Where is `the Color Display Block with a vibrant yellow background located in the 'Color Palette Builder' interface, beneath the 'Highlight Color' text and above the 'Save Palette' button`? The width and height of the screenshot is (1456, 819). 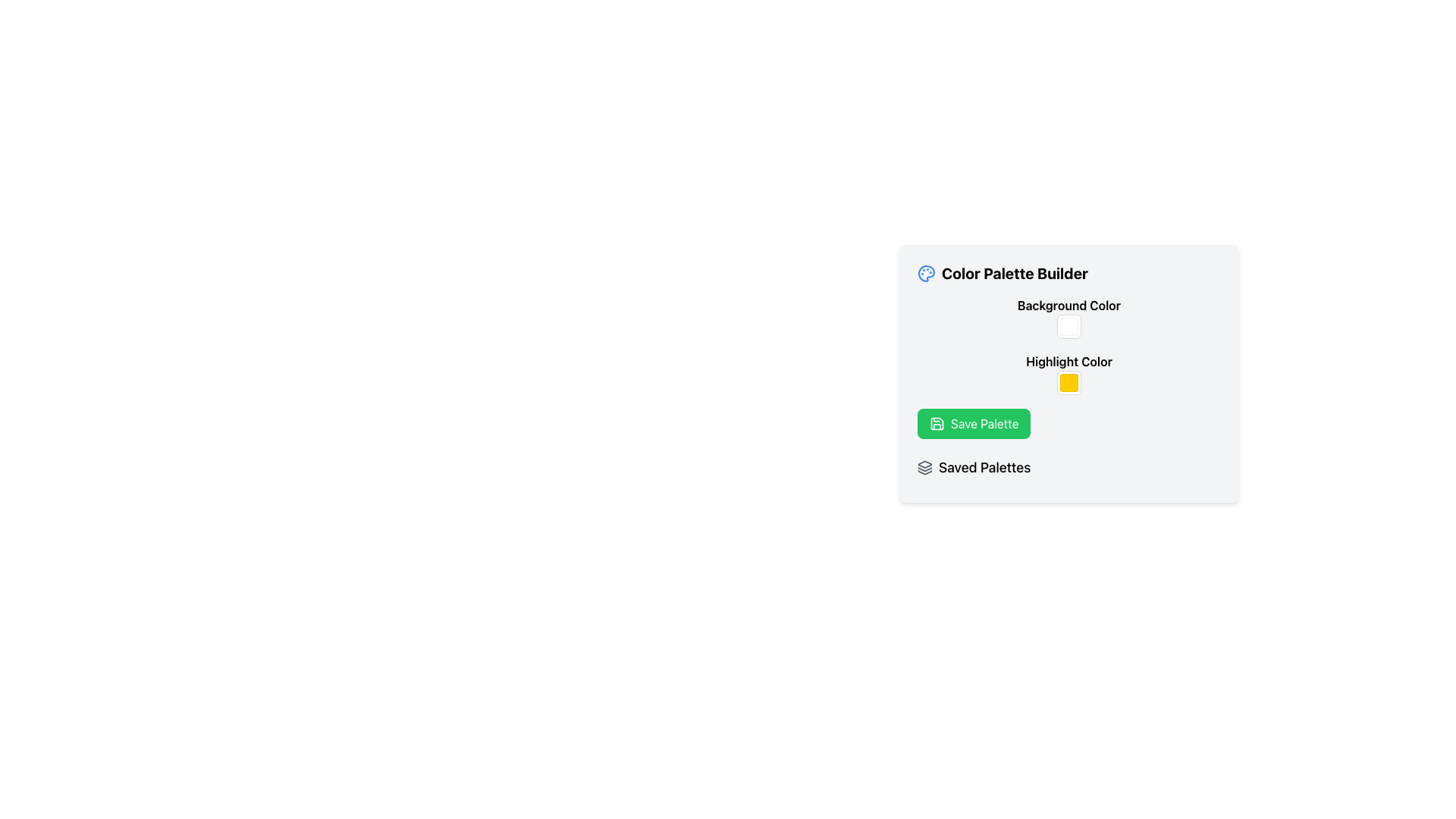 the Color Display Block with a vibrant yellow background located in the 'Color Palette Builder' interface, beneath the 'Highlight Color' text and above the 'Save Palette' button is located at coordinates (1068, 382).